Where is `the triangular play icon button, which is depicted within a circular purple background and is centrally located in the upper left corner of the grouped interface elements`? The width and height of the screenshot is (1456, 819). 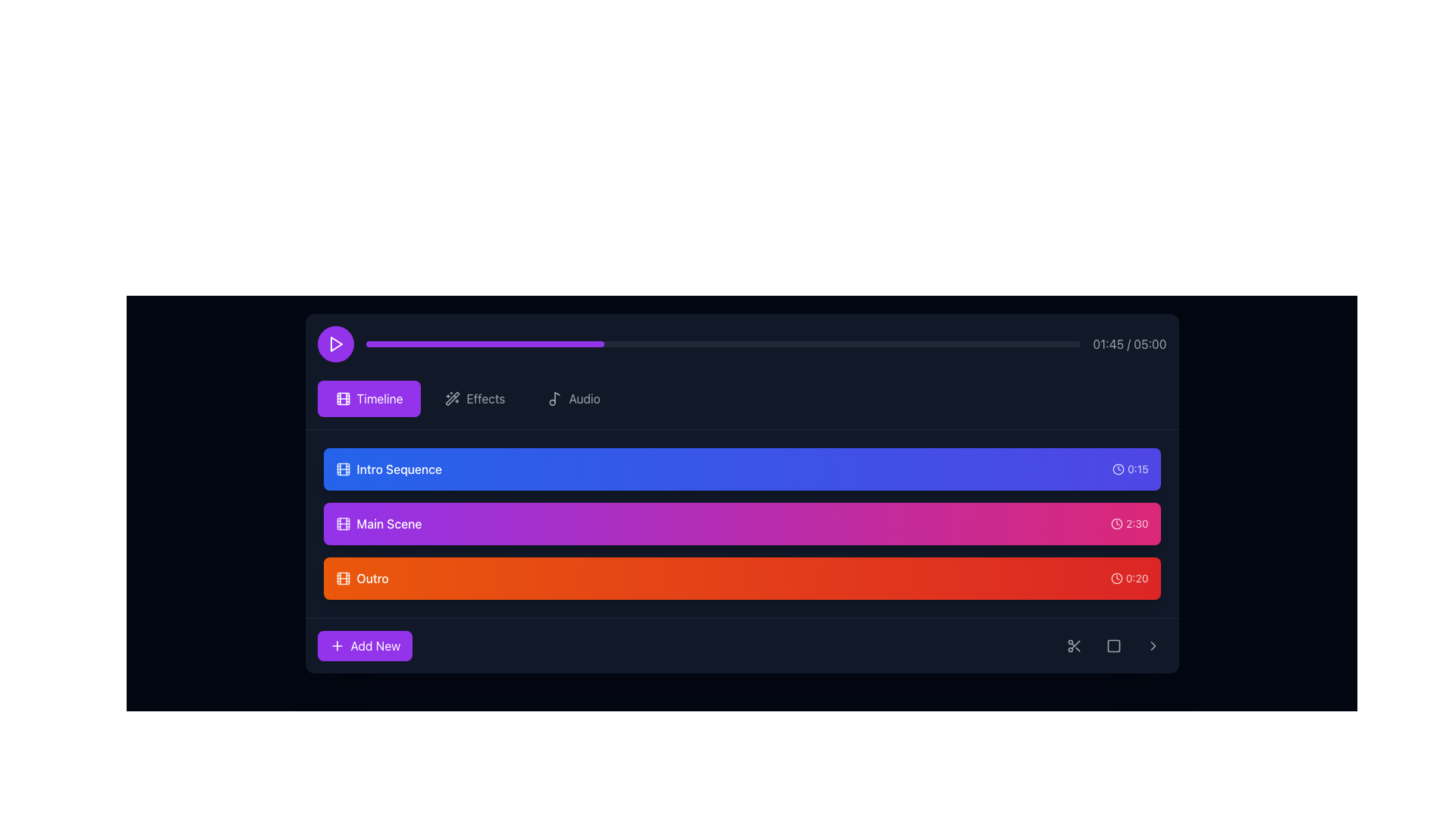
the triangular play icon button, which is depicted within a circular purple background and is centrally located in the upper left corner of the grouped interface elements is located at coordinates (334, 344).